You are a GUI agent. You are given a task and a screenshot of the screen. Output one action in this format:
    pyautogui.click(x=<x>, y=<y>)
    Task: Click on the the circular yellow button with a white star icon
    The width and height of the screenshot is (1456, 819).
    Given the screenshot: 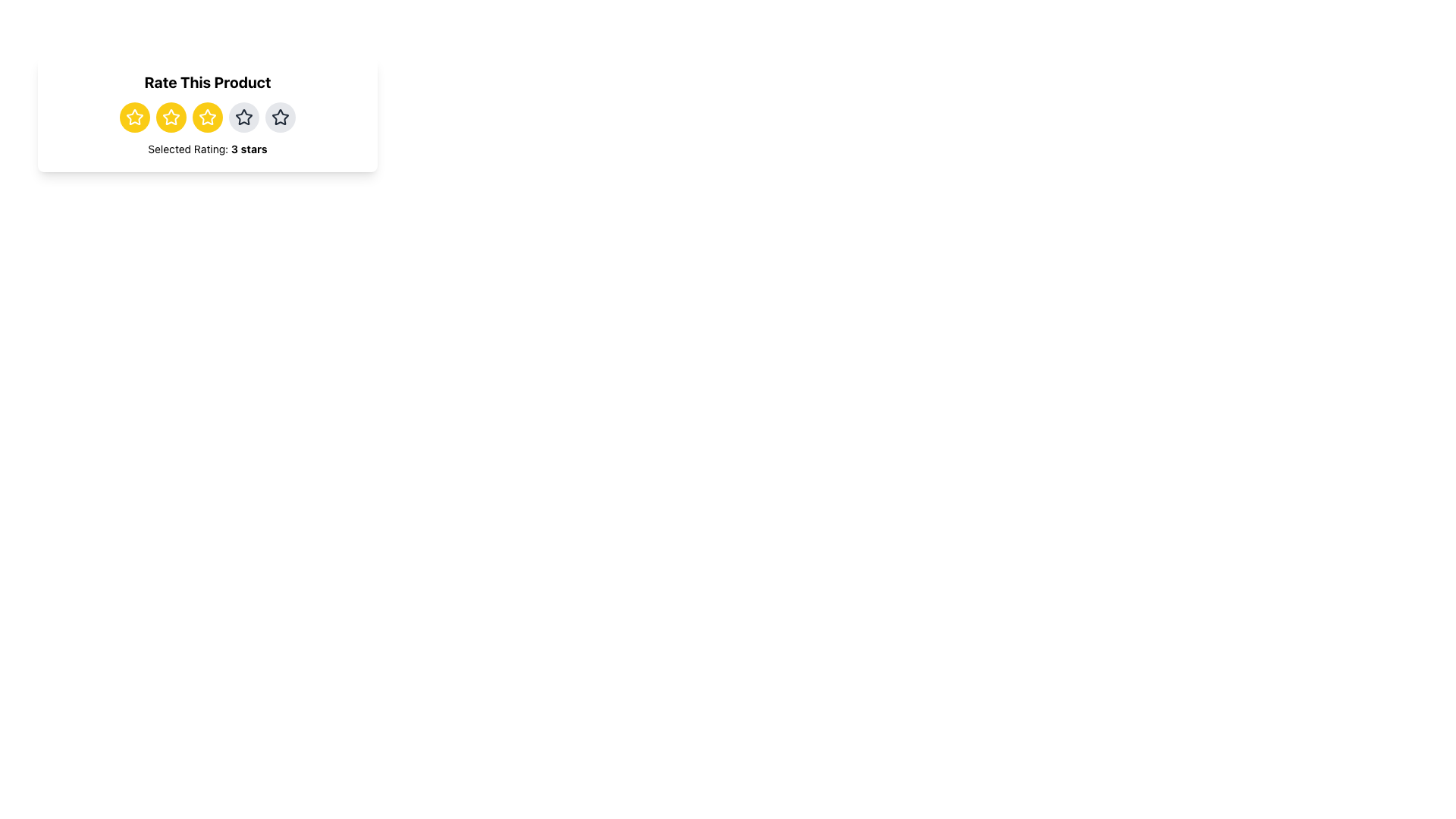 What is the action you would take?
    pyautogui.click(x=206, y=116)
    